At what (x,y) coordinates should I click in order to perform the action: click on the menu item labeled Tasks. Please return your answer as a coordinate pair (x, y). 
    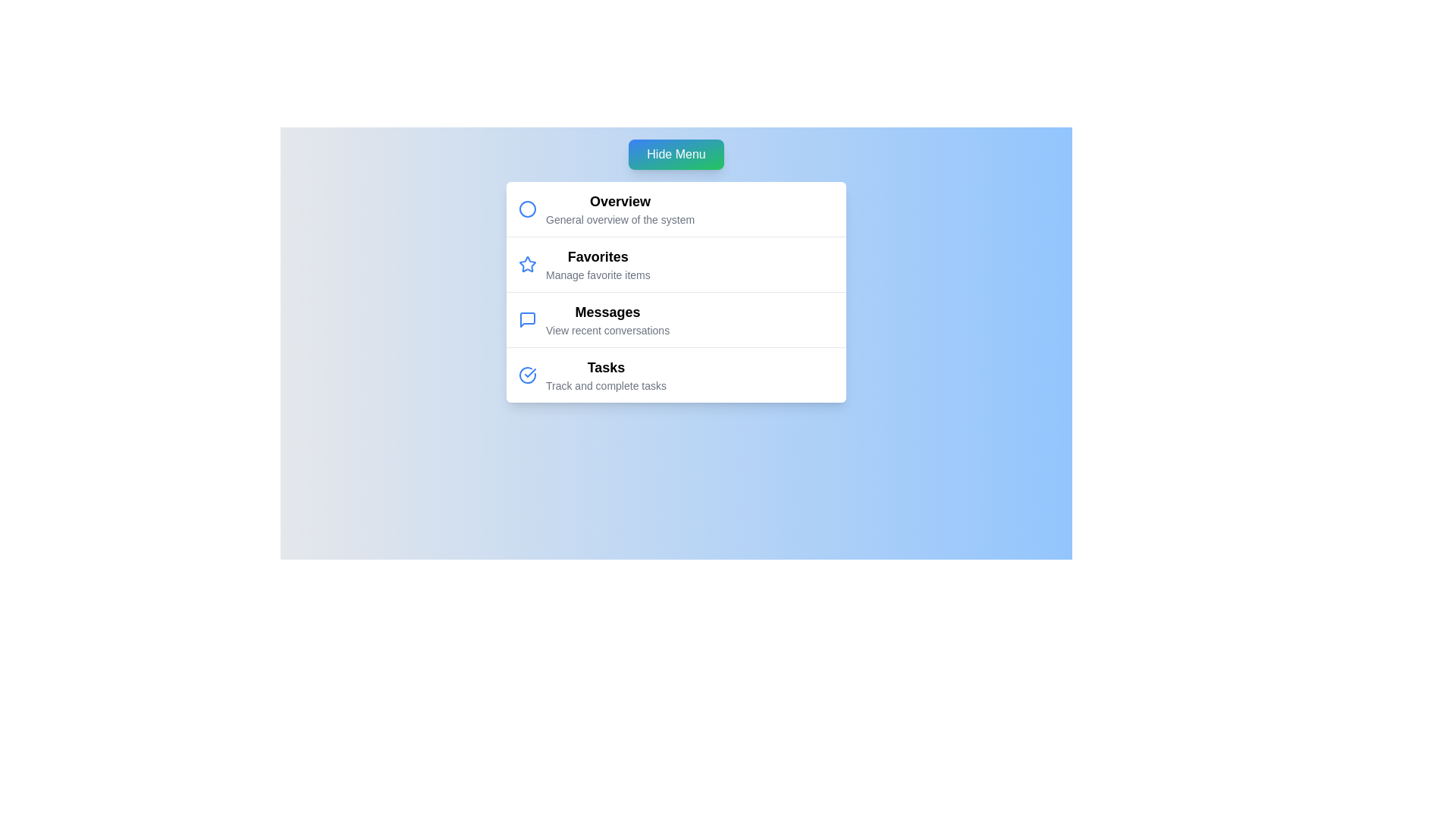
    Looking at the image, I should click on (605, 368).